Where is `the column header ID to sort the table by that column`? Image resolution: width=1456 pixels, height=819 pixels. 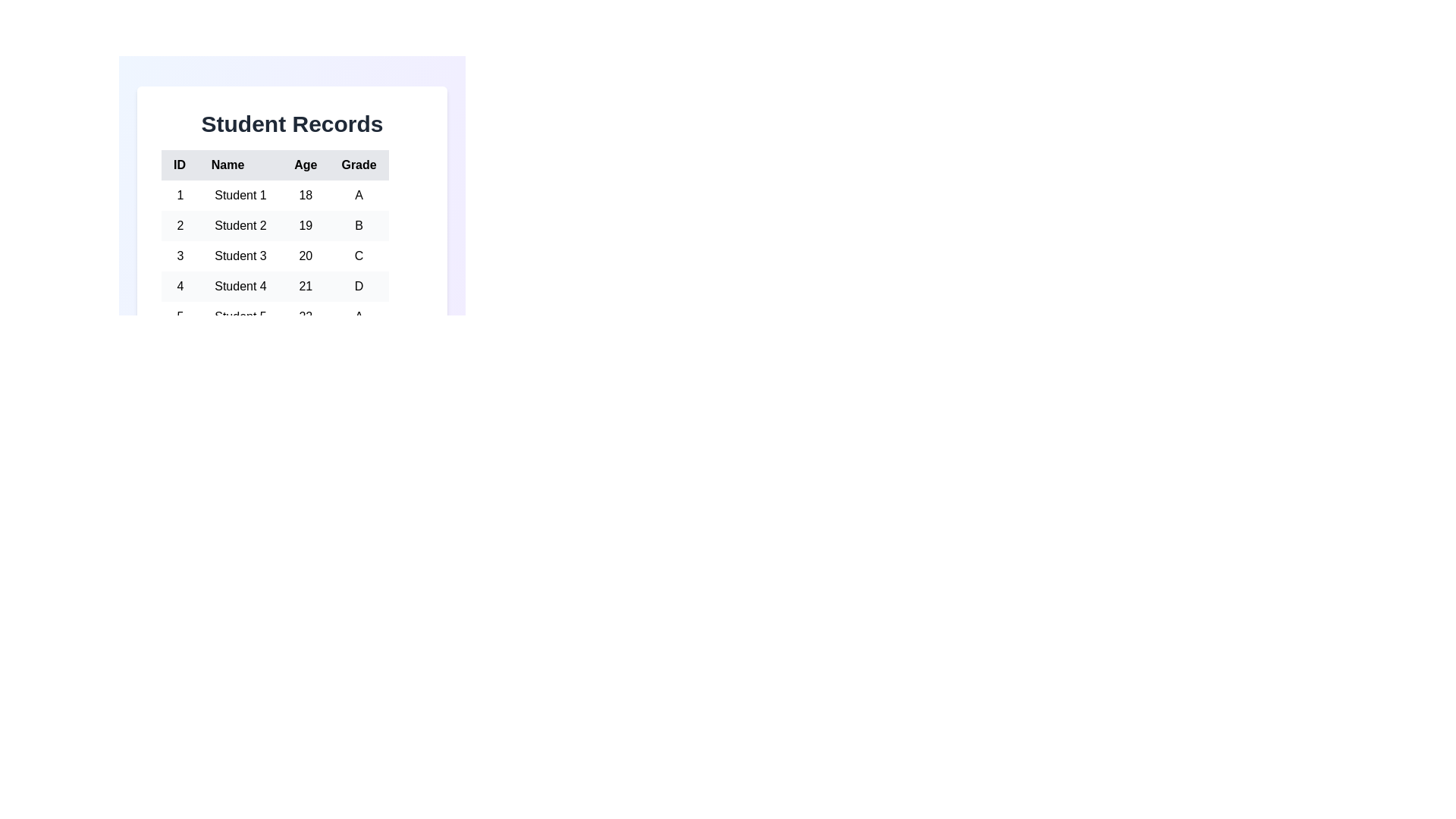
the column header ID to sort the table by that column is located at coordinates (179, 165).